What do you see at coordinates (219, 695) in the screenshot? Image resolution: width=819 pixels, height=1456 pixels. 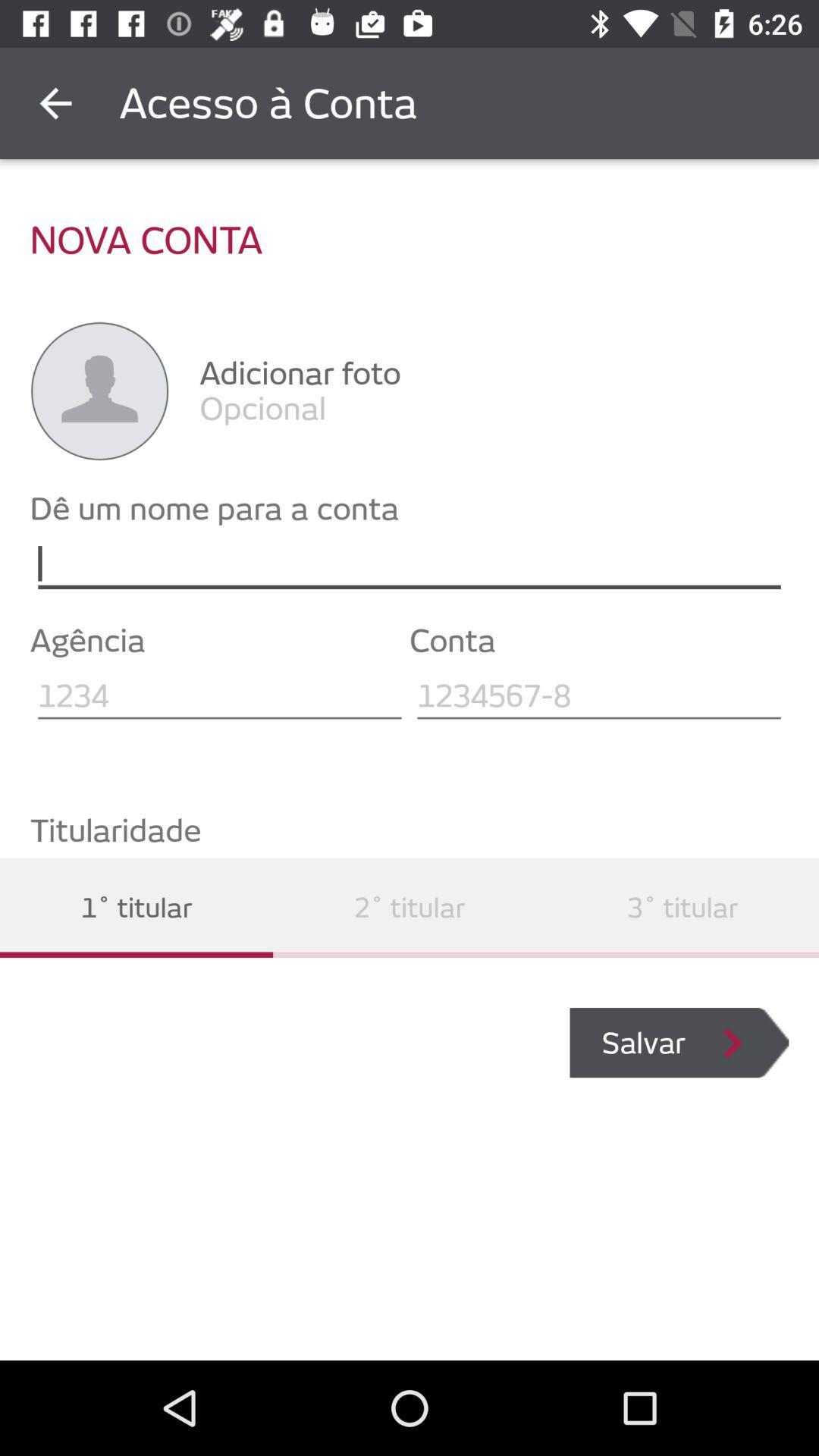 I see `zipcode` at bounding box center [219, 695].